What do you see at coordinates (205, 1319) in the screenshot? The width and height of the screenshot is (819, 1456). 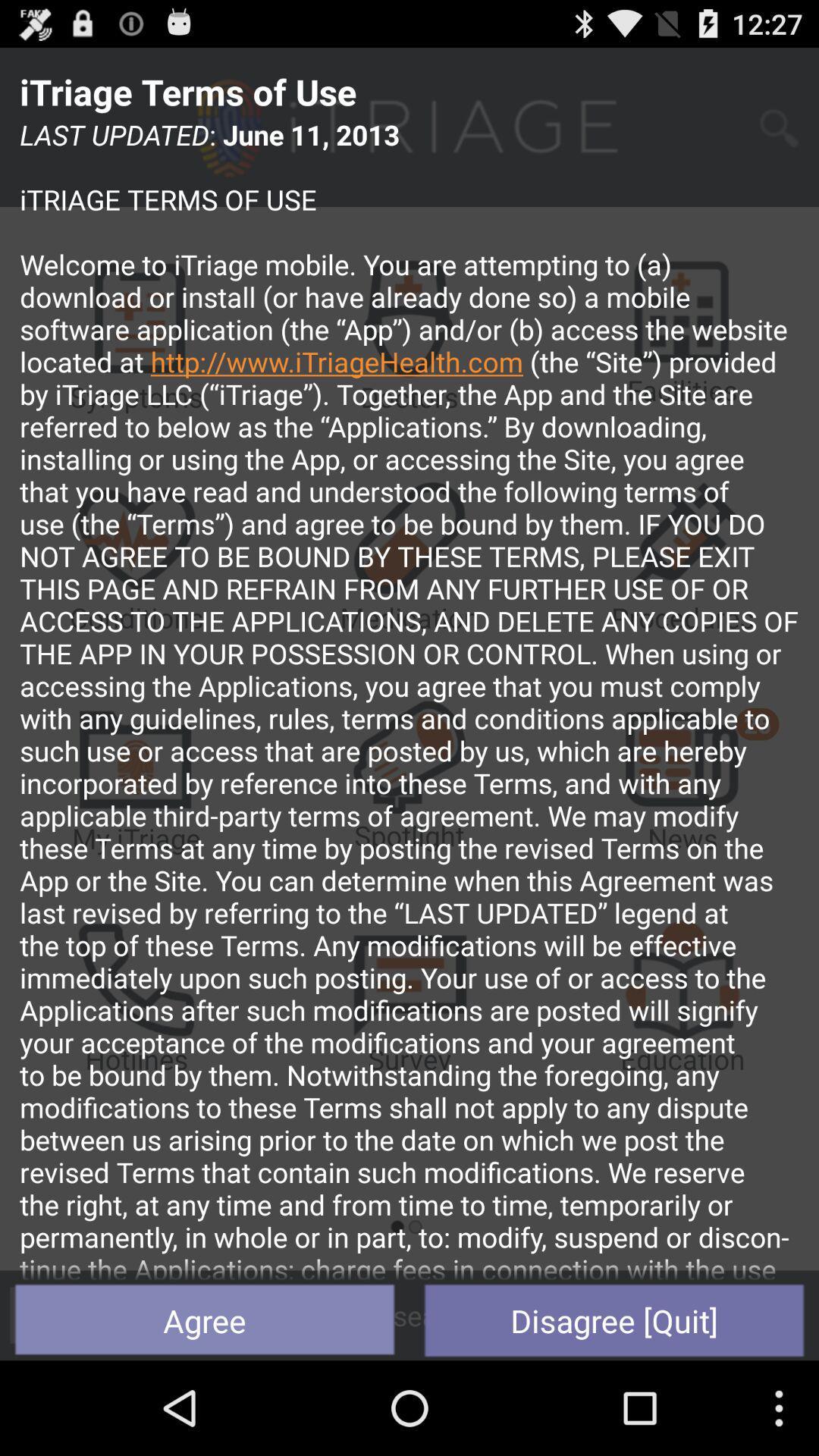 I see `the item below the last updated june icon` at bounding box center [205, 1319].